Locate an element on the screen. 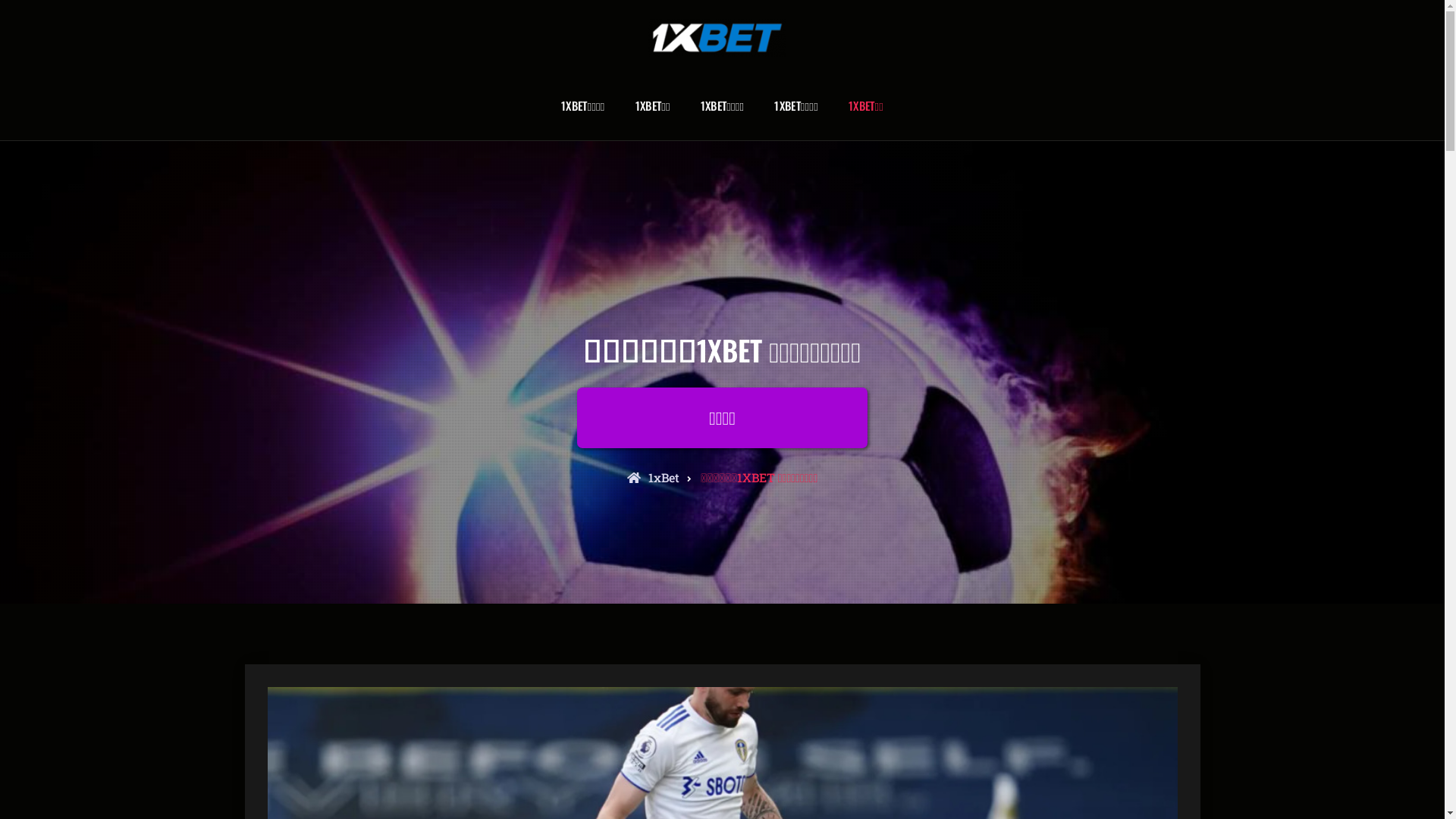  '1xBet' is located at coordinates (653, 476).